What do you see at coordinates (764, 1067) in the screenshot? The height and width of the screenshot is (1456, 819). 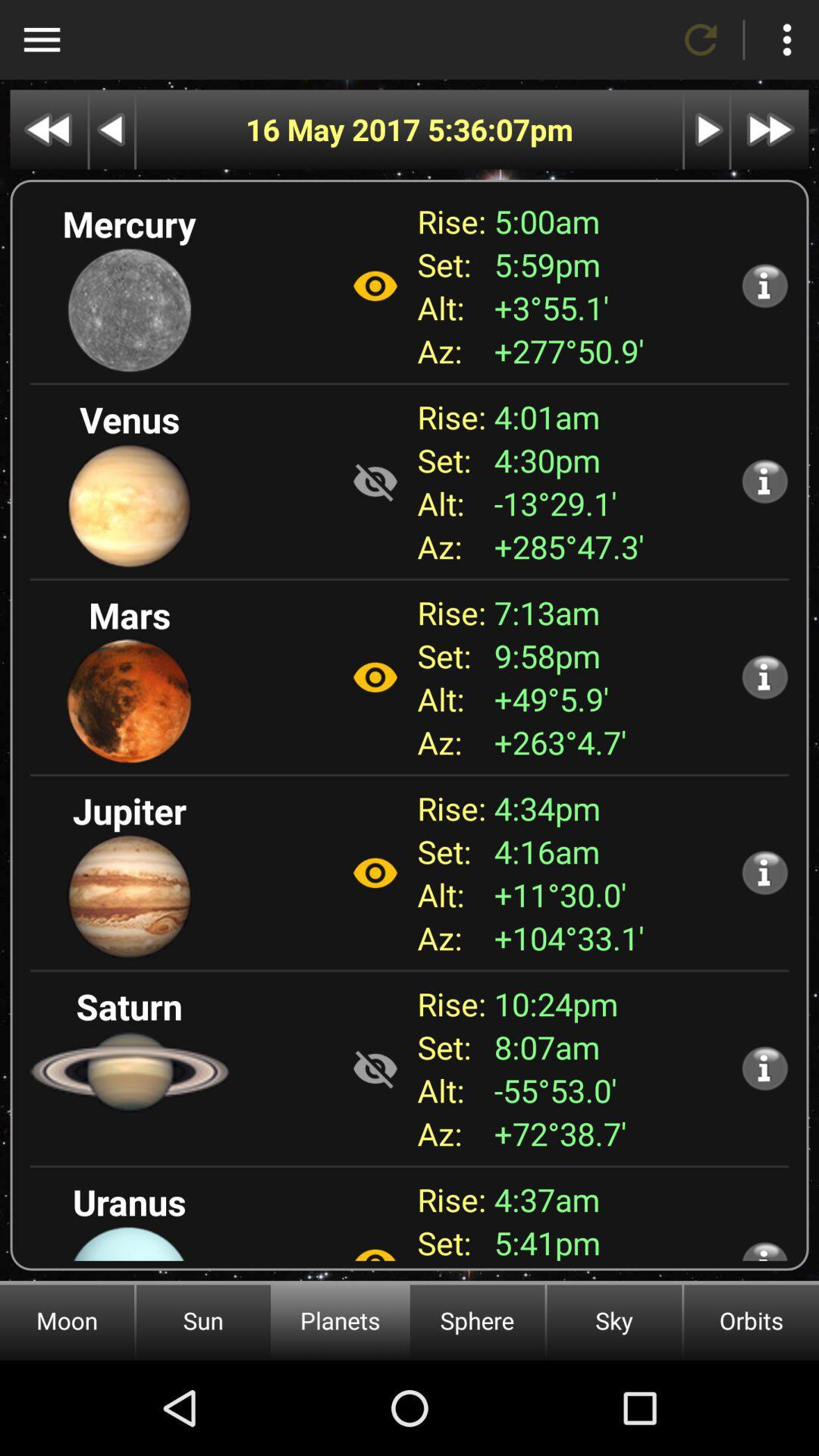 I see `information icon` at bounding box center [764, 1067].